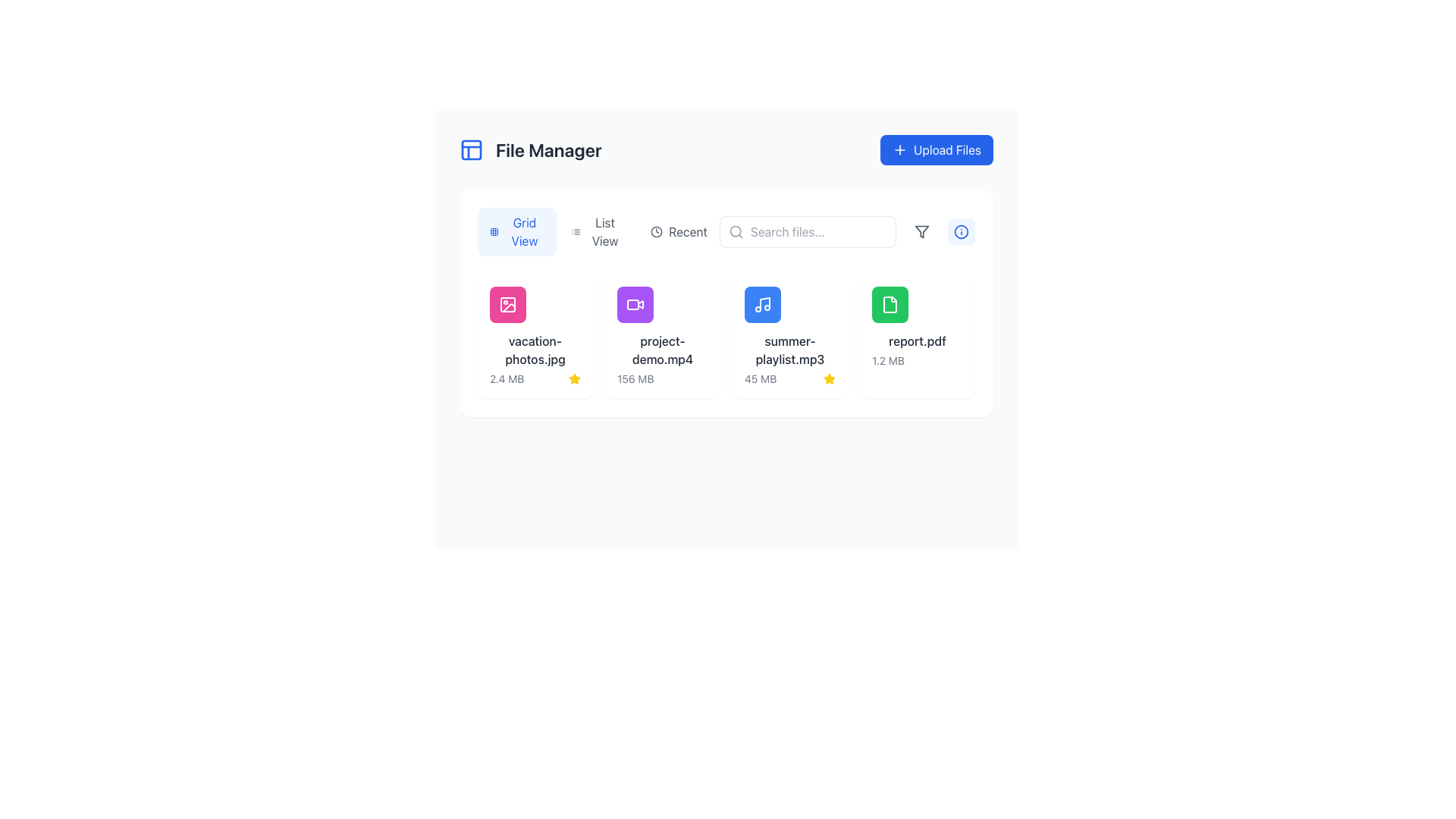  Describe the element at coordinates (640, 304) in the screenshot. I see `the play triangle icon representing the video playback functionality located in the second card of the grid for the video file 'project-demo.mp4'` at that location.